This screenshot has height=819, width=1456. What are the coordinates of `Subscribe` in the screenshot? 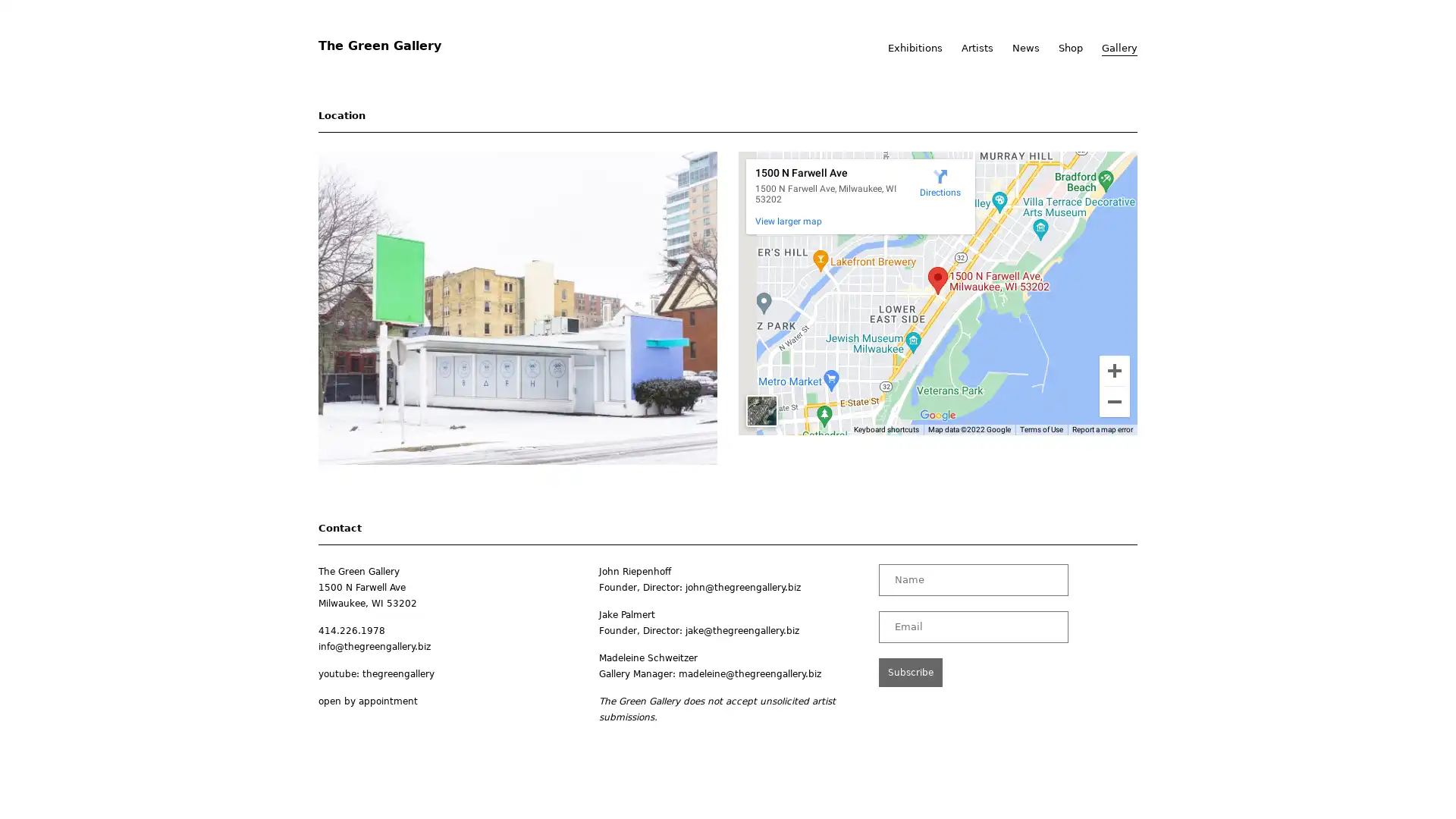 It's located at (910, 671).